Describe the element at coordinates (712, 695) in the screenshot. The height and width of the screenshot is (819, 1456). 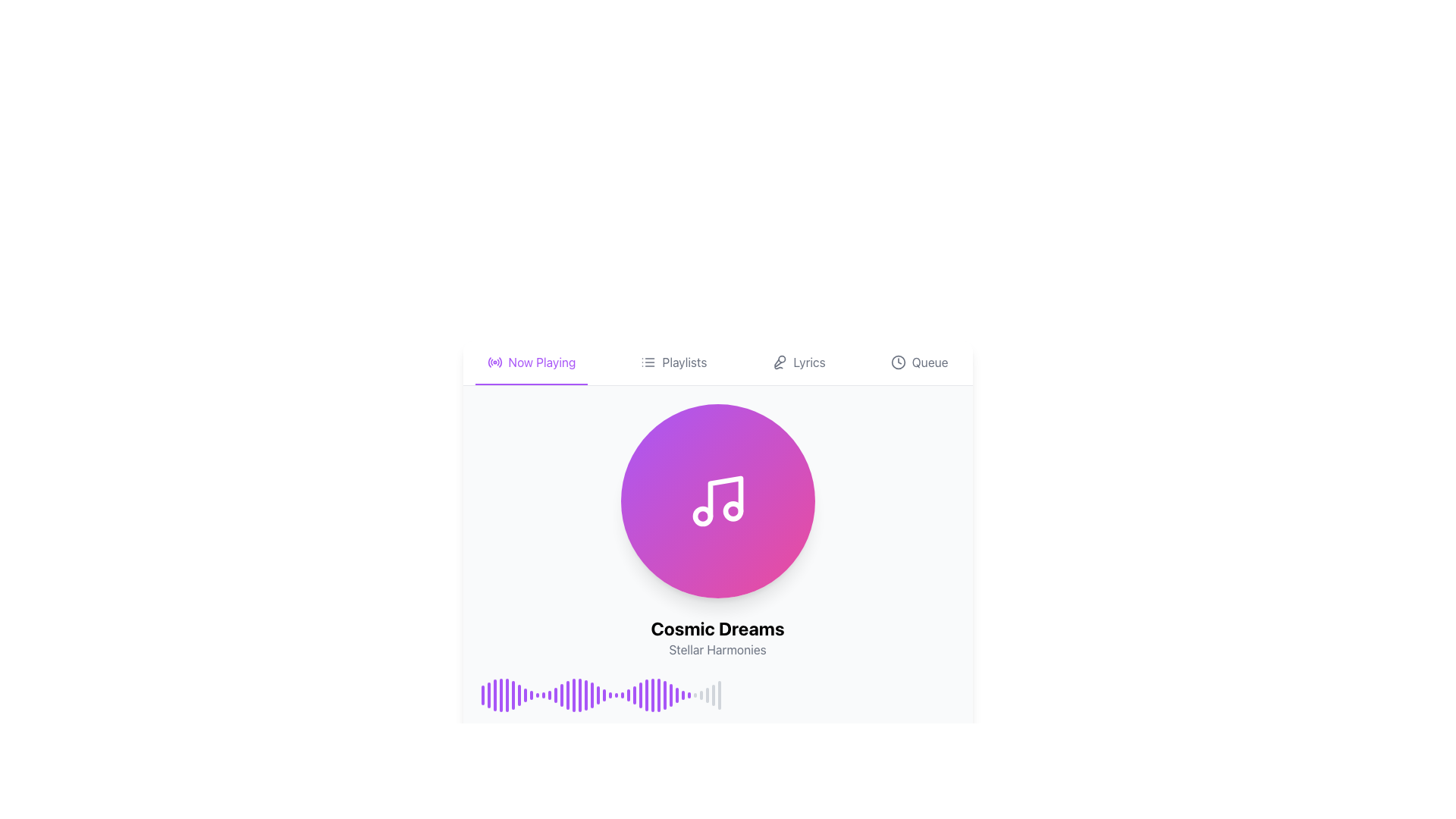
I see `the light gray progress or volume bar, which is a thin vertical bar with rounded edges, located in the lower part of the interface as the fifth bar from the right` at that location.